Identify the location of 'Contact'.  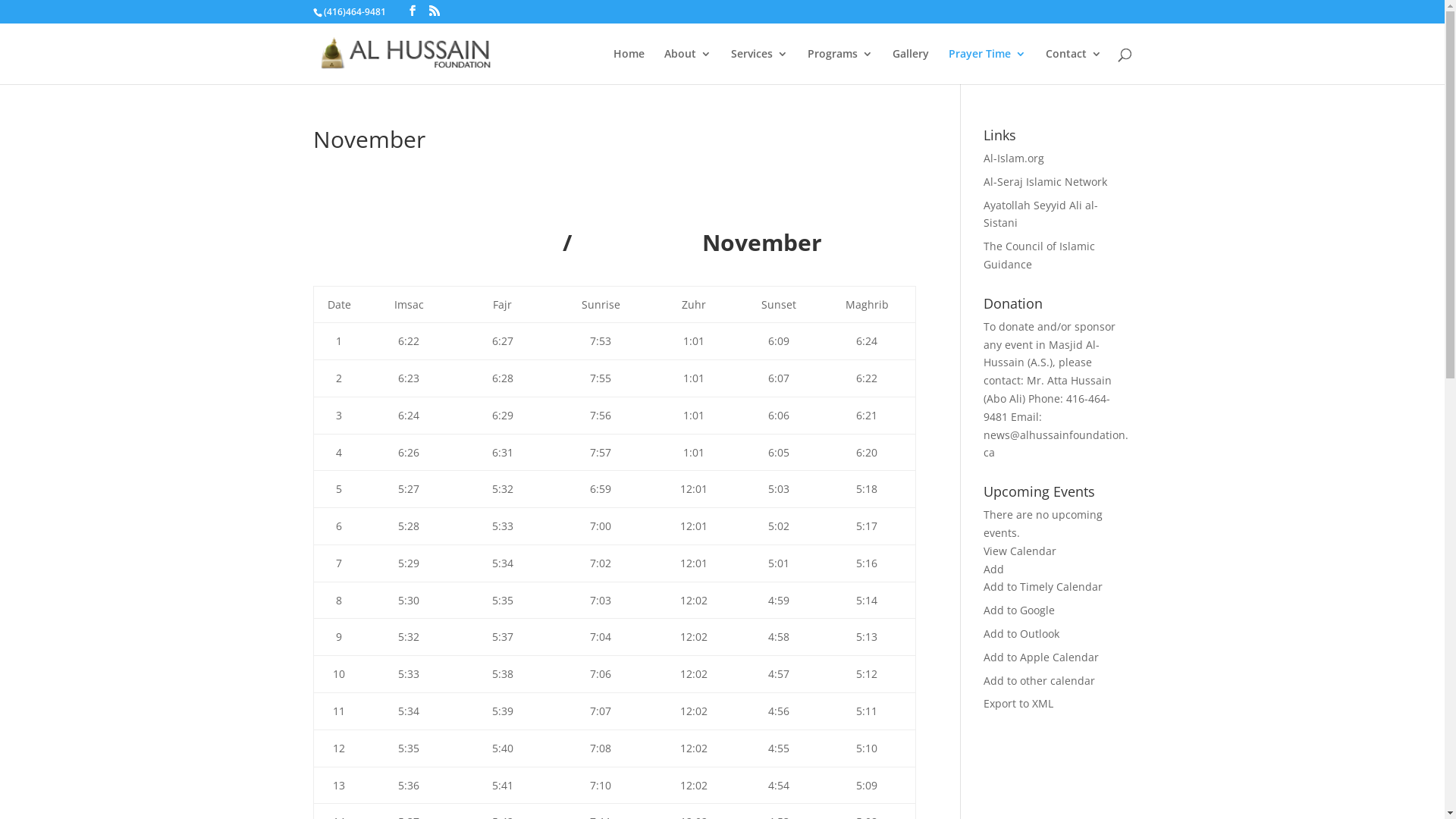
(1072, 65).